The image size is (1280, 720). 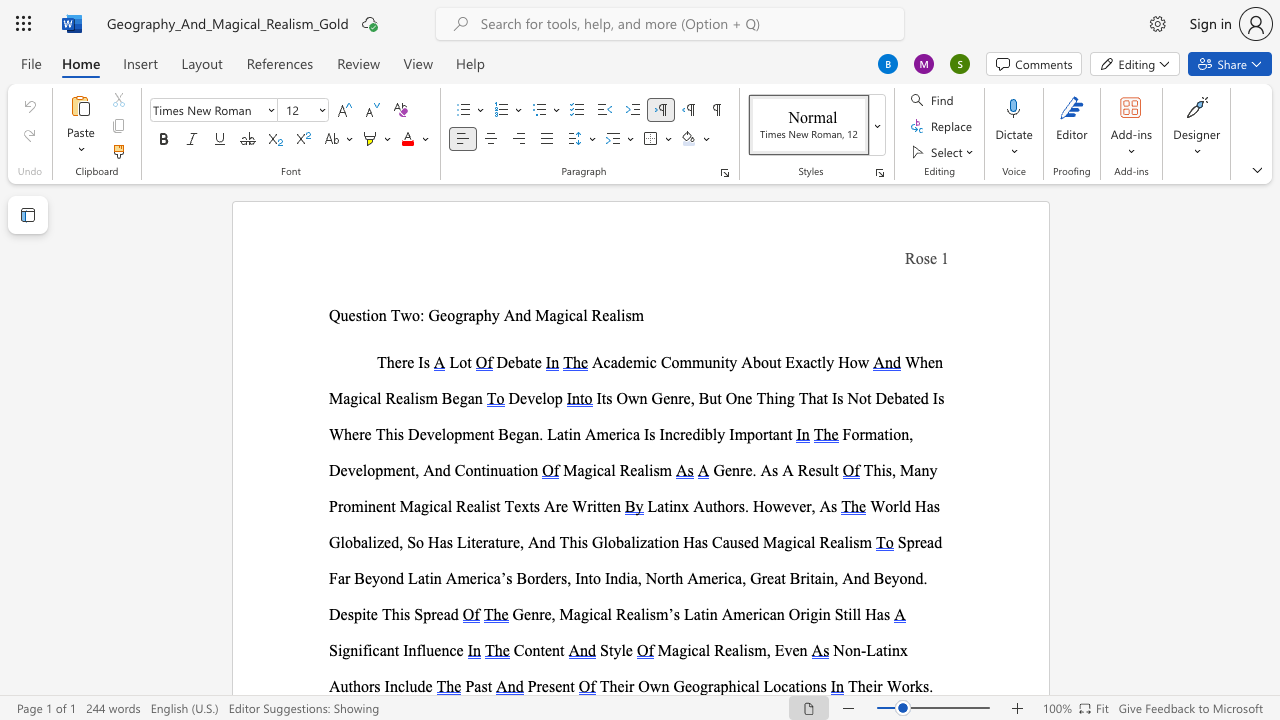 What do you see at coordinates (884, 650) in the screenshot?
I see `the 1th character "t" in the text` at bounding box center [884, 650].